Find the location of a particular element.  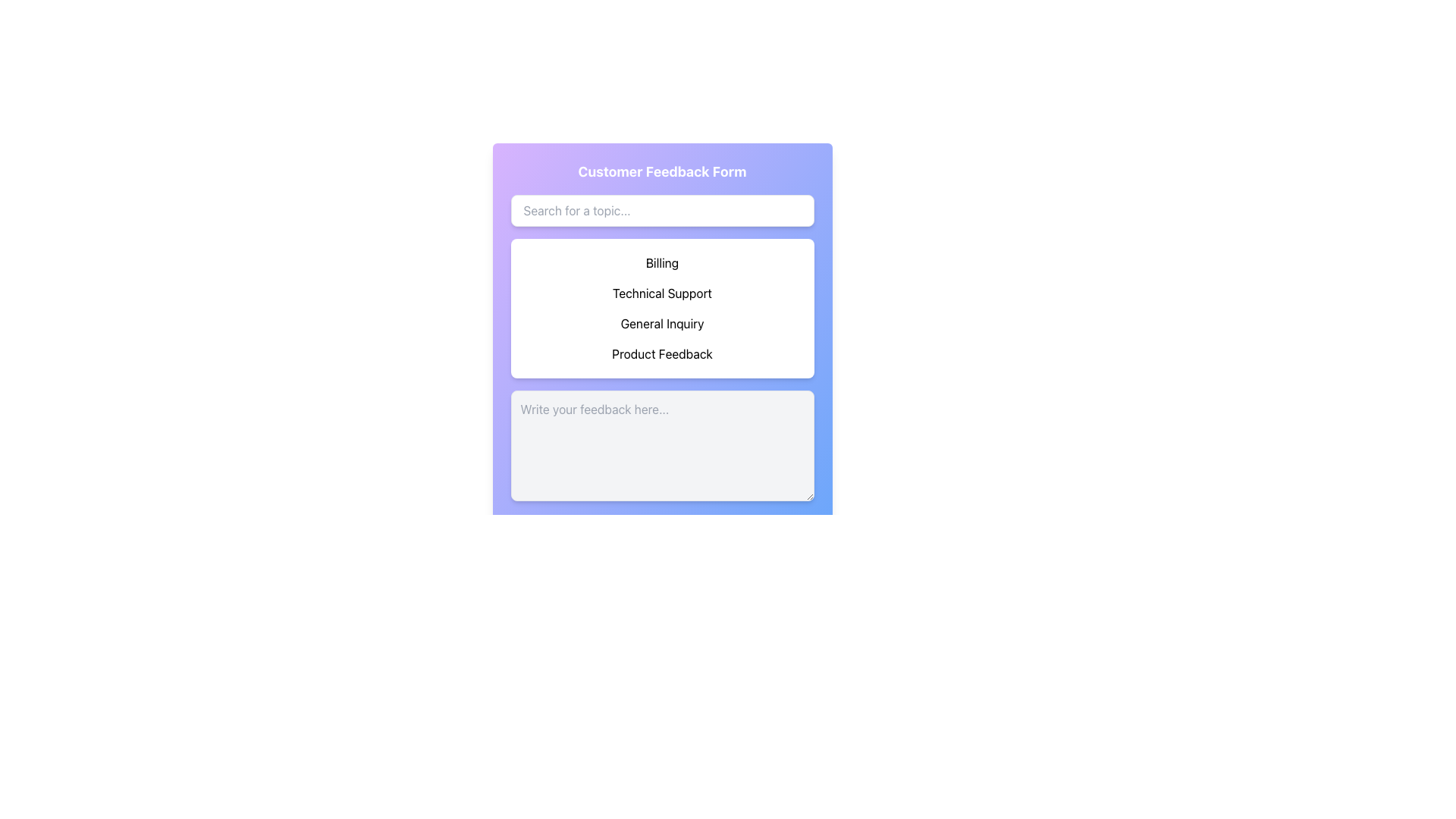

the 'Technical Support' button, which is the second option in a vertical list of four buttons is located at coordinates (662, 293).